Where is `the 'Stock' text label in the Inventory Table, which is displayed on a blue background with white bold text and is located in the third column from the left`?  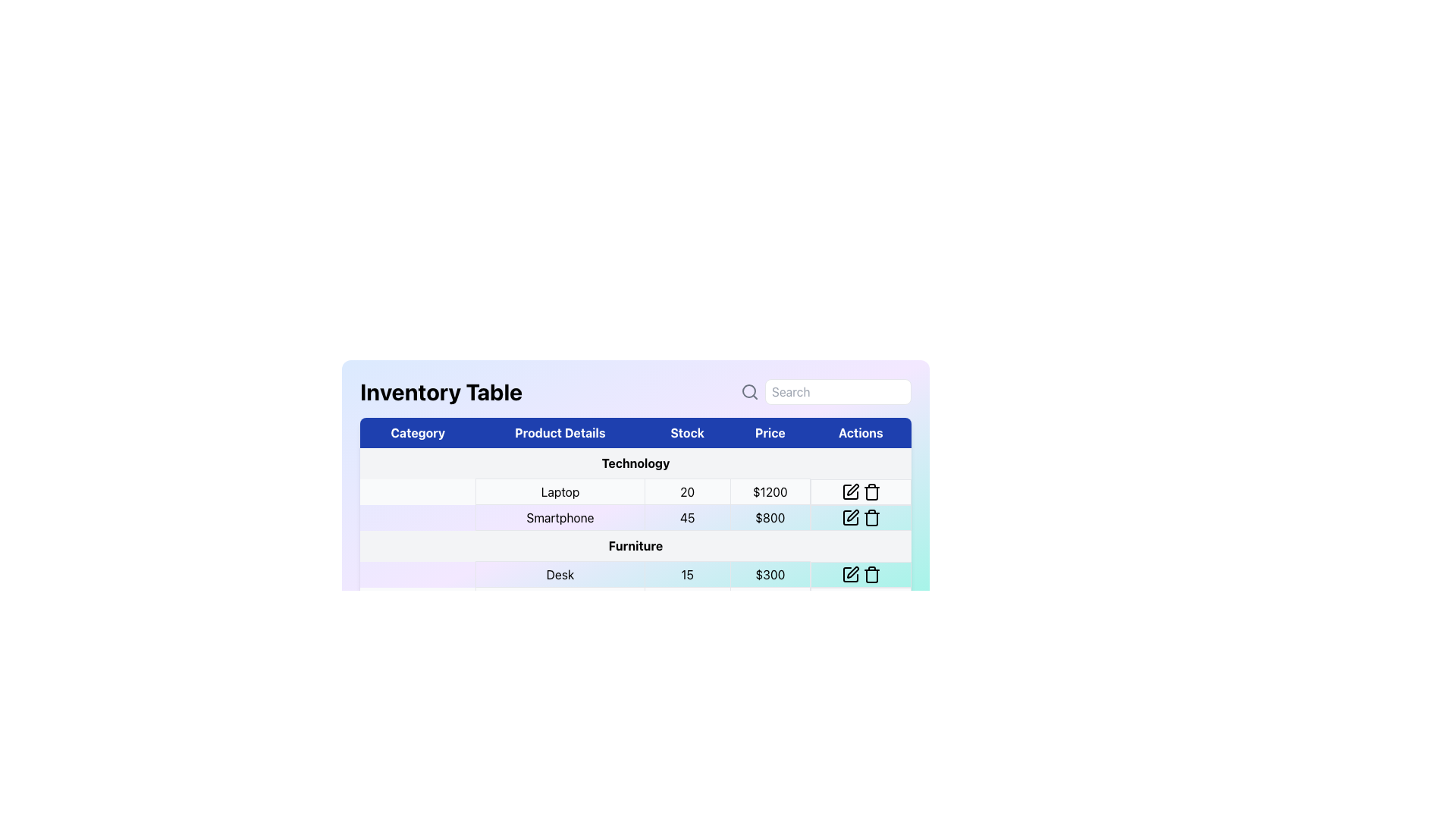
the 'Stock' text label in the Inventory Table, which is displayed on a blue background with white bold text and is located in the third column from the left is located at coordinates (686, 432).